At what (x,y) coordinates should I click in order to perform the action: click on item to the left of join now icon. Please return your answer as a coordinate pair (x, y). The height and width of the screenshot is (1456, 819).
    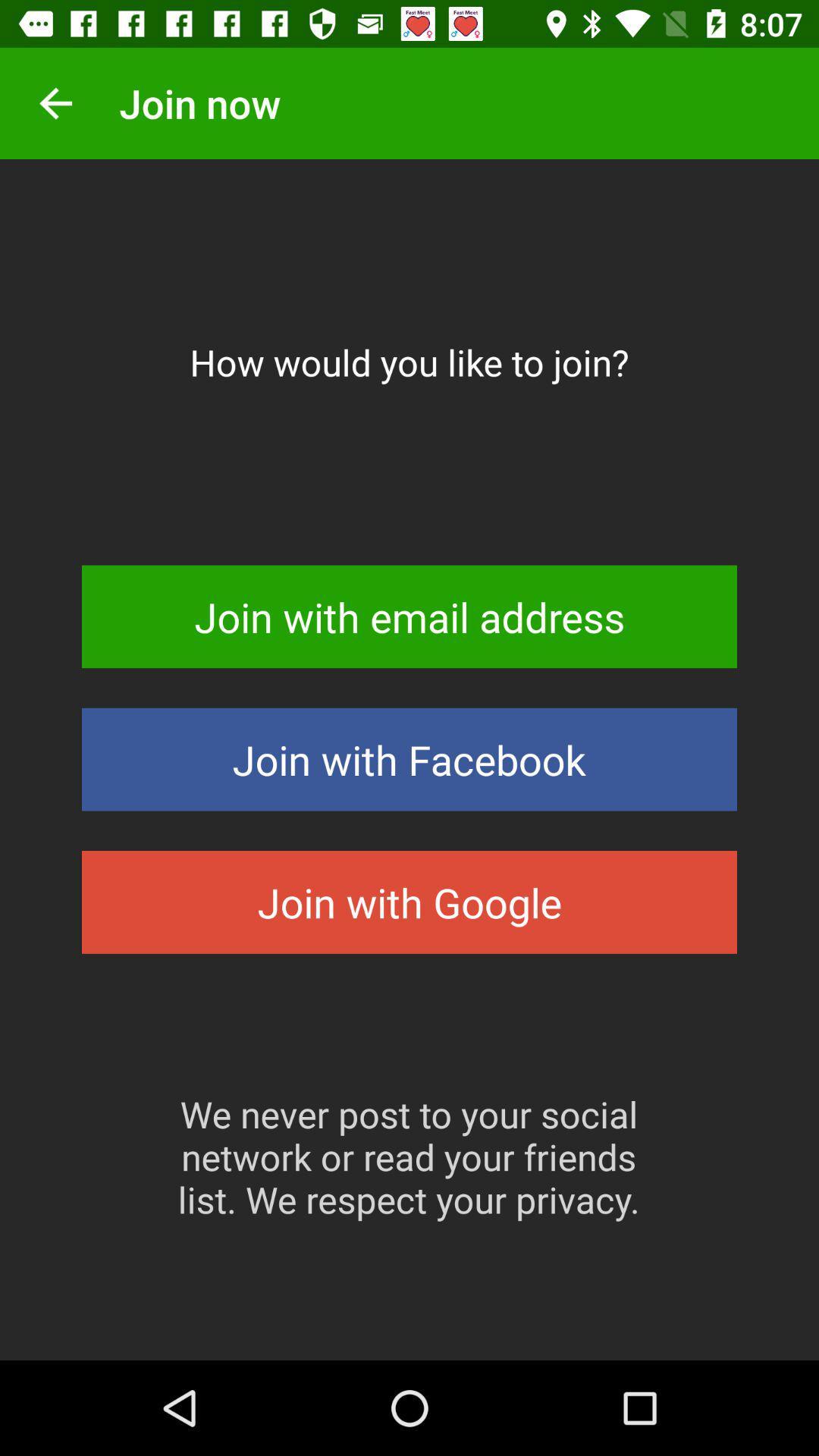
    Looking at the image, I should click on (55, 102).